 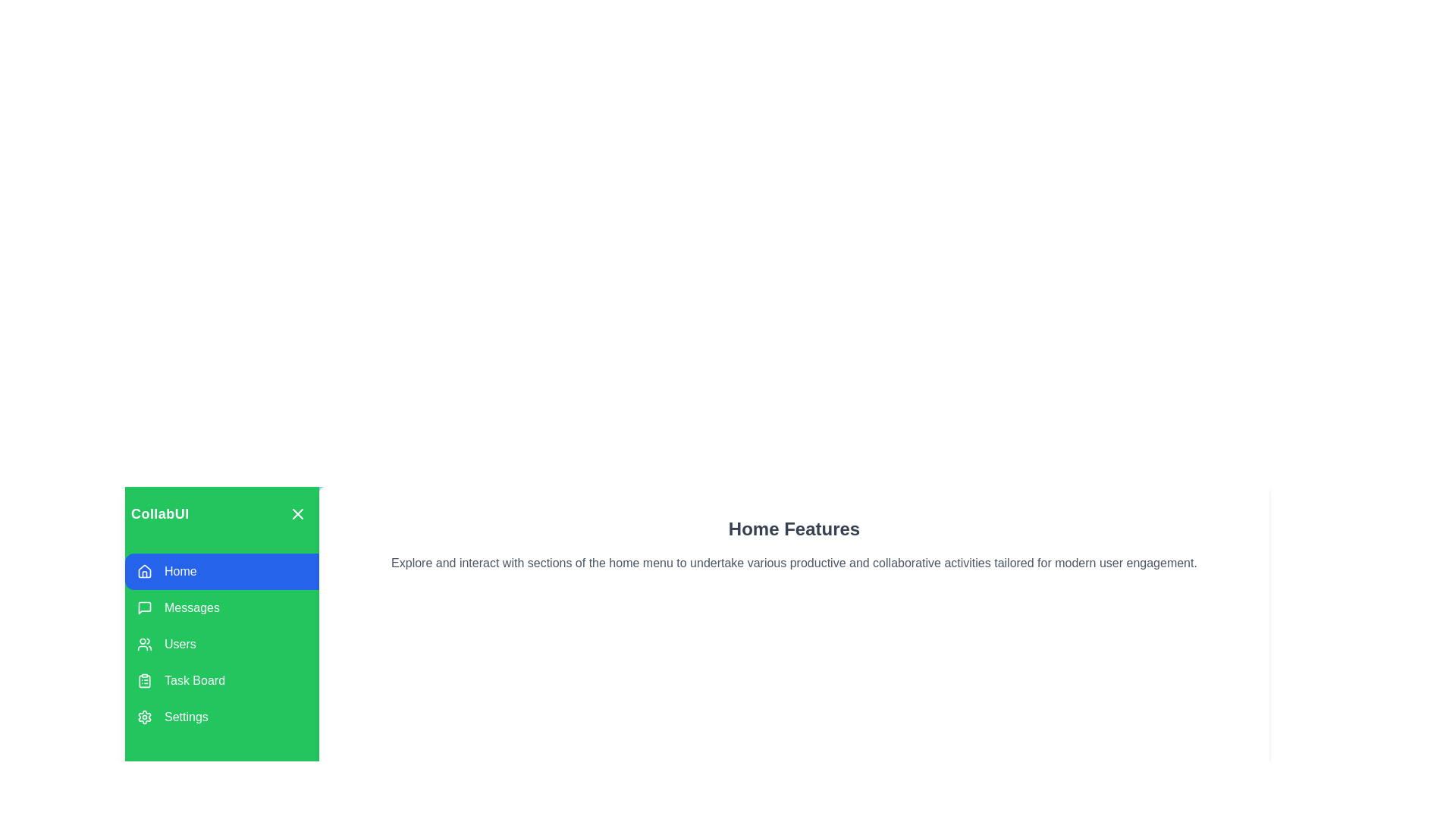 What do you see at coordinates (221, 607) in the screenshot?
I see `the menu section Messages` at bounding box center [221, 607].